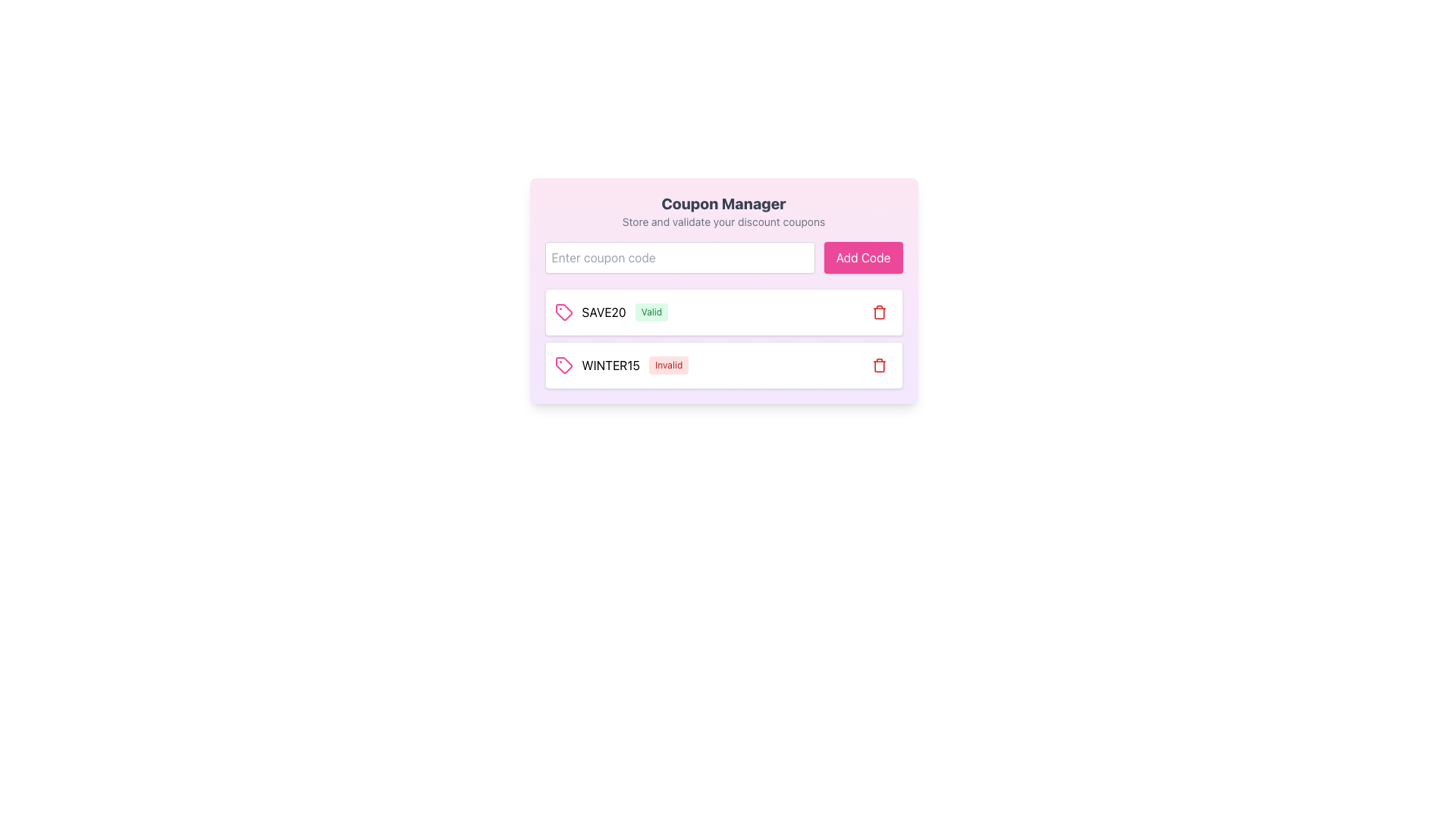 This screenshot has height=819, width=1456. I want to click on the 'Coupon Manager' heading which is a bold, extra-large text element at the top of a card-style user interface, so click(723, 211).